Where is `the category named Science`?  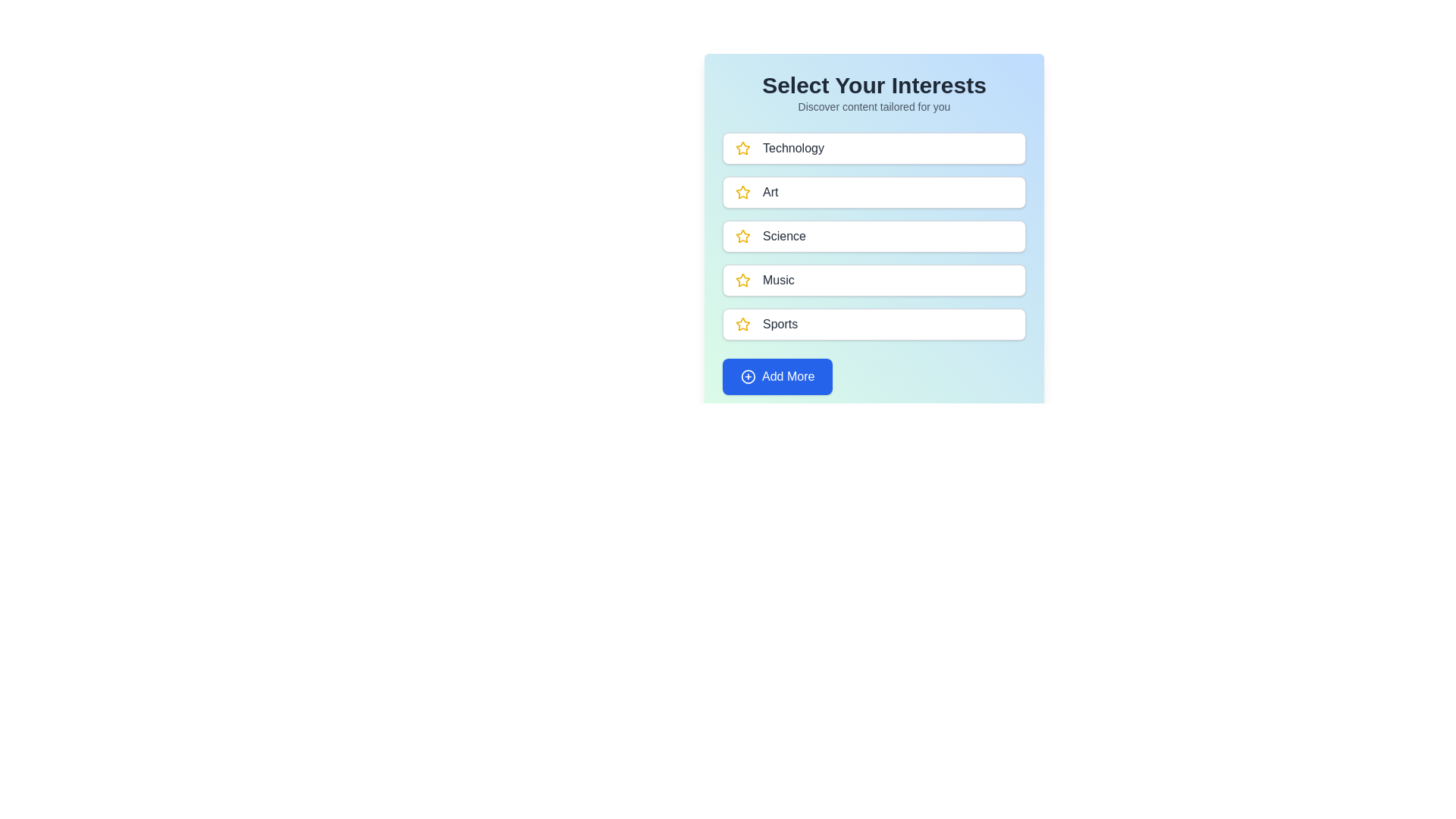 the category named Science is located at coordinates (874, 237).